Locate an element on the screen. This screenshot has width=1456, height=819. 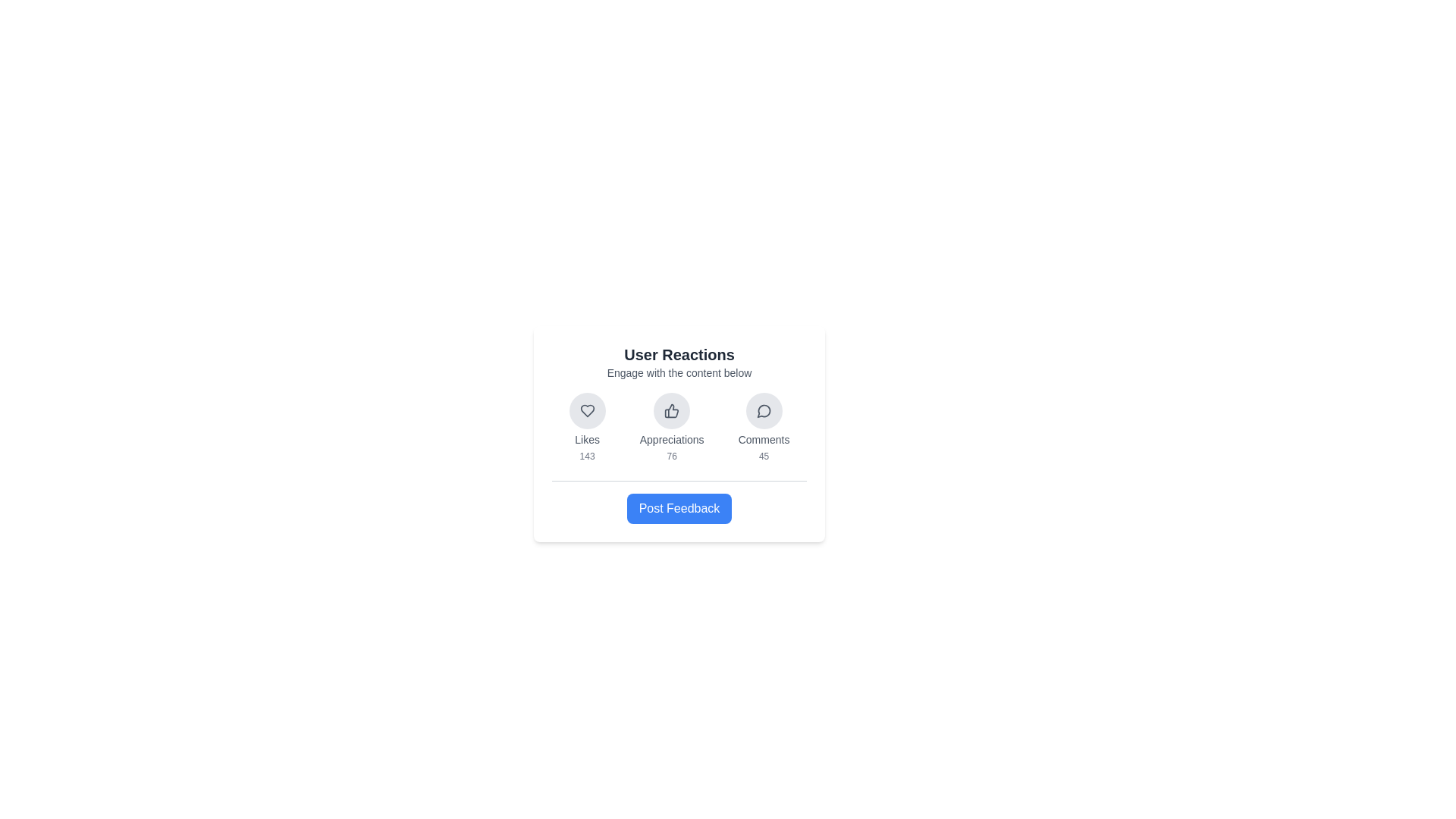
the button with a blue background and white text labeled 'Post Feedback' located at the bottom of the 'User Reactions' card to observe its hover effects is located at coordinates (679, 509).